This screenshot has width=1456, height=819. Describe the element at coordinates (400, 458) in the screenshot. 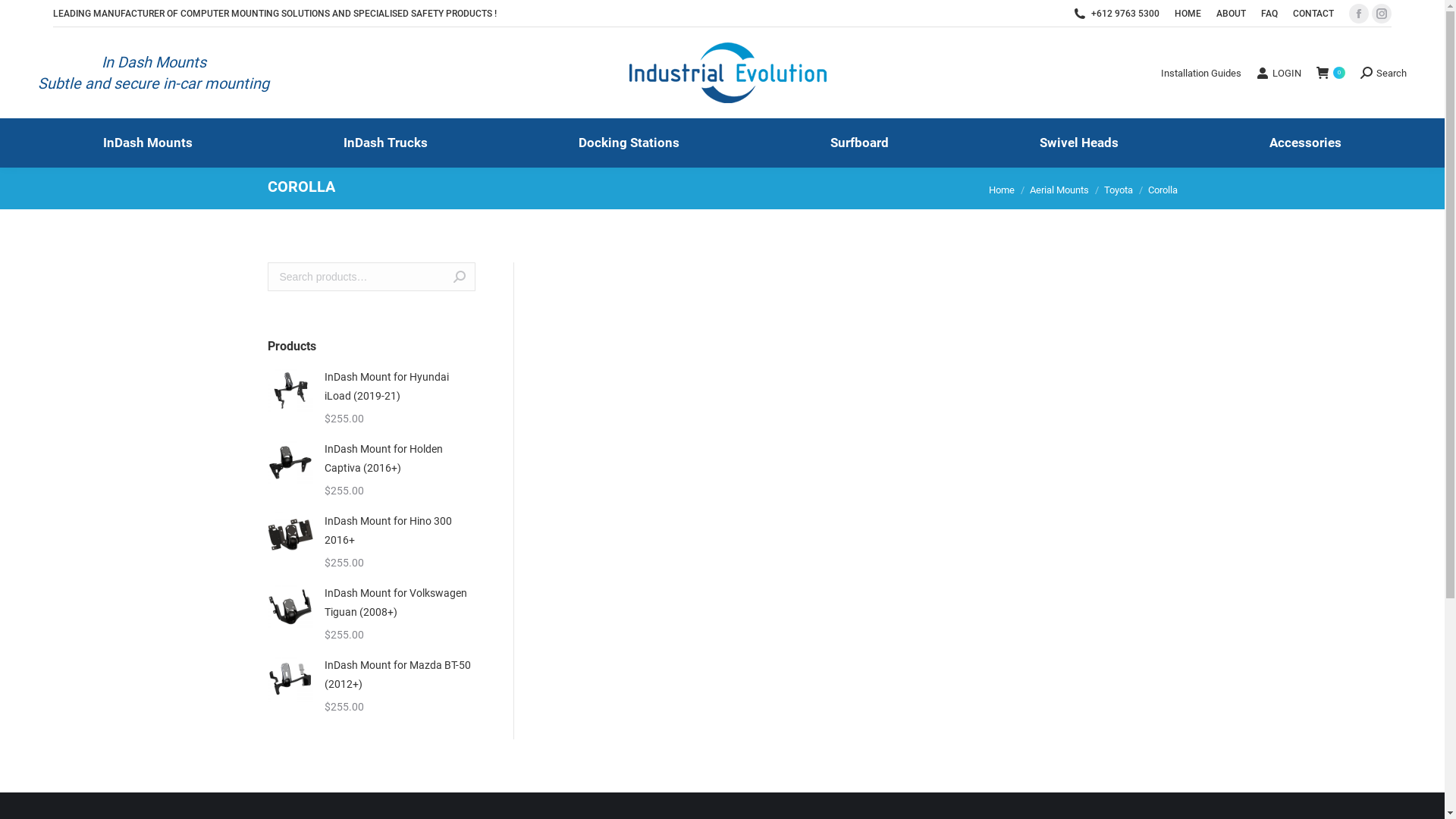

I see `'InDash Mount for Holden Captiva (2016+)'` at that location.